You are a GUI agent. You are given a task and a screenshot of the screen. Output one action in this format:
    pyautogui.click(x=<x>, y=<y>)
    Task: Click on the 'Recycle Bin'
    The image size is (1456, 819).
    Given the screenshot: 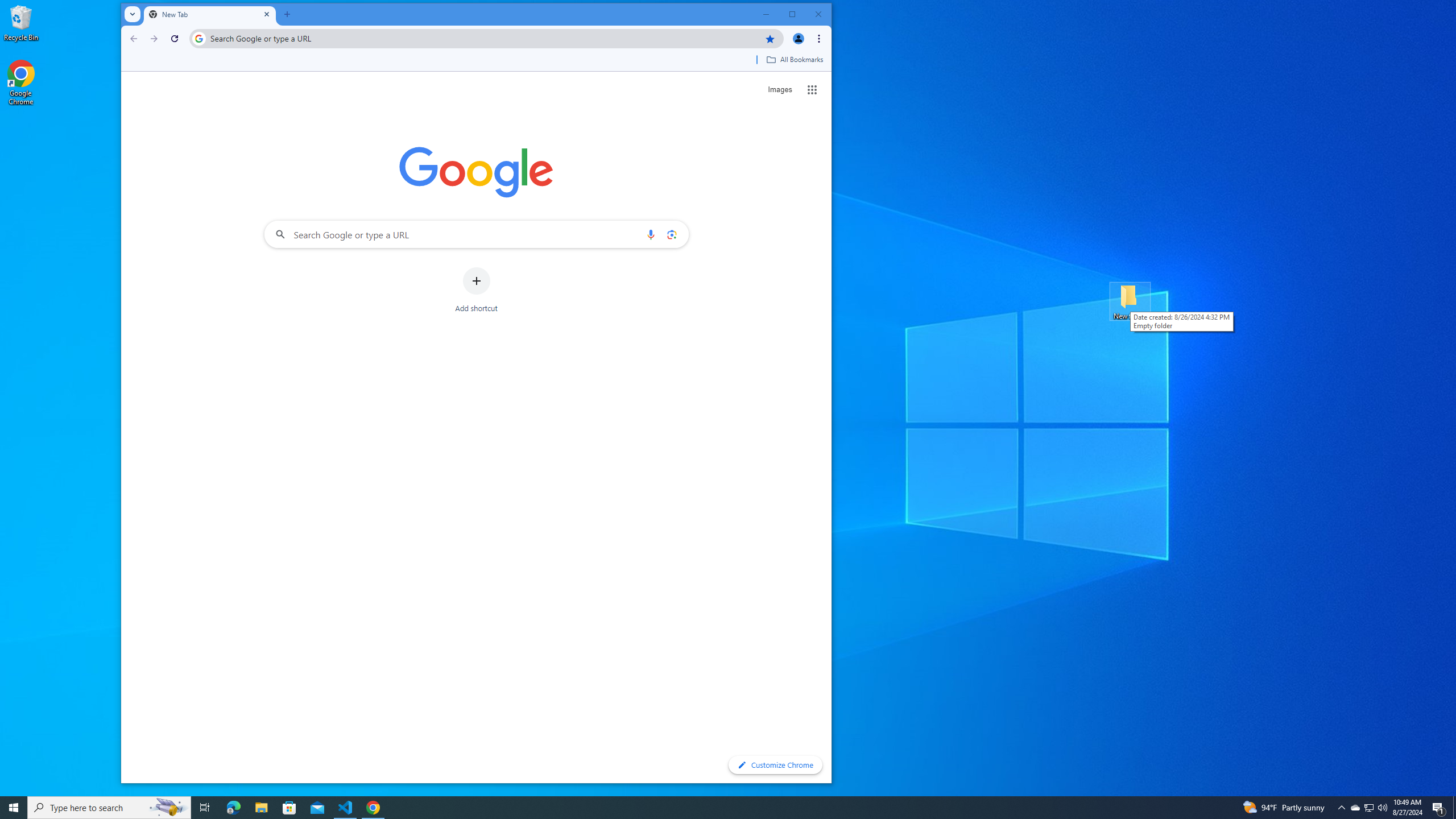 What is the action you would take?
    pyautogui.click(x=20, y=22)
    